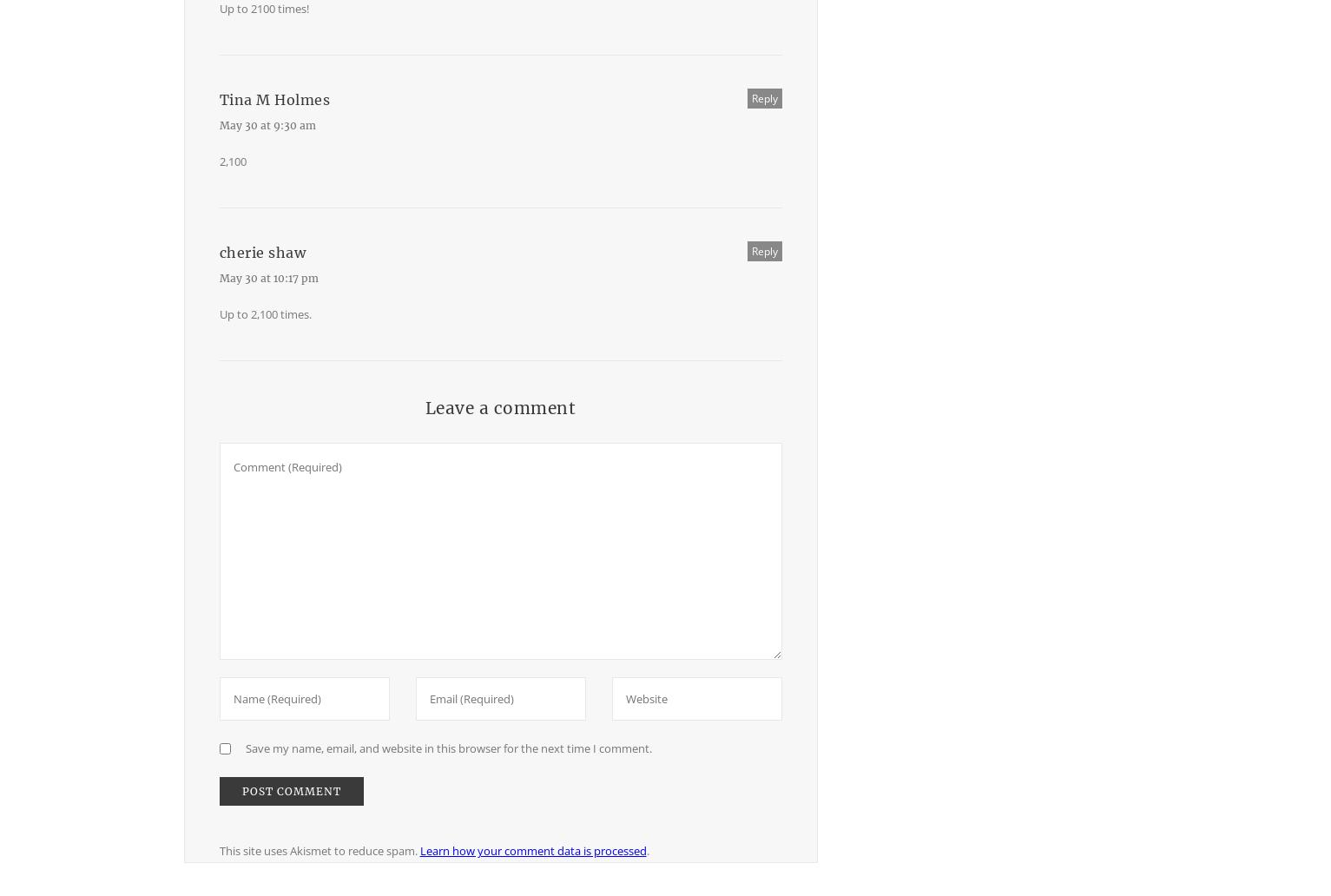 The width and height of the screenshot is (1331, 896). Describe the element at coordinates (219, 278) in the screenshot. I see `'May 30 at 10:17 pm'` at that location.